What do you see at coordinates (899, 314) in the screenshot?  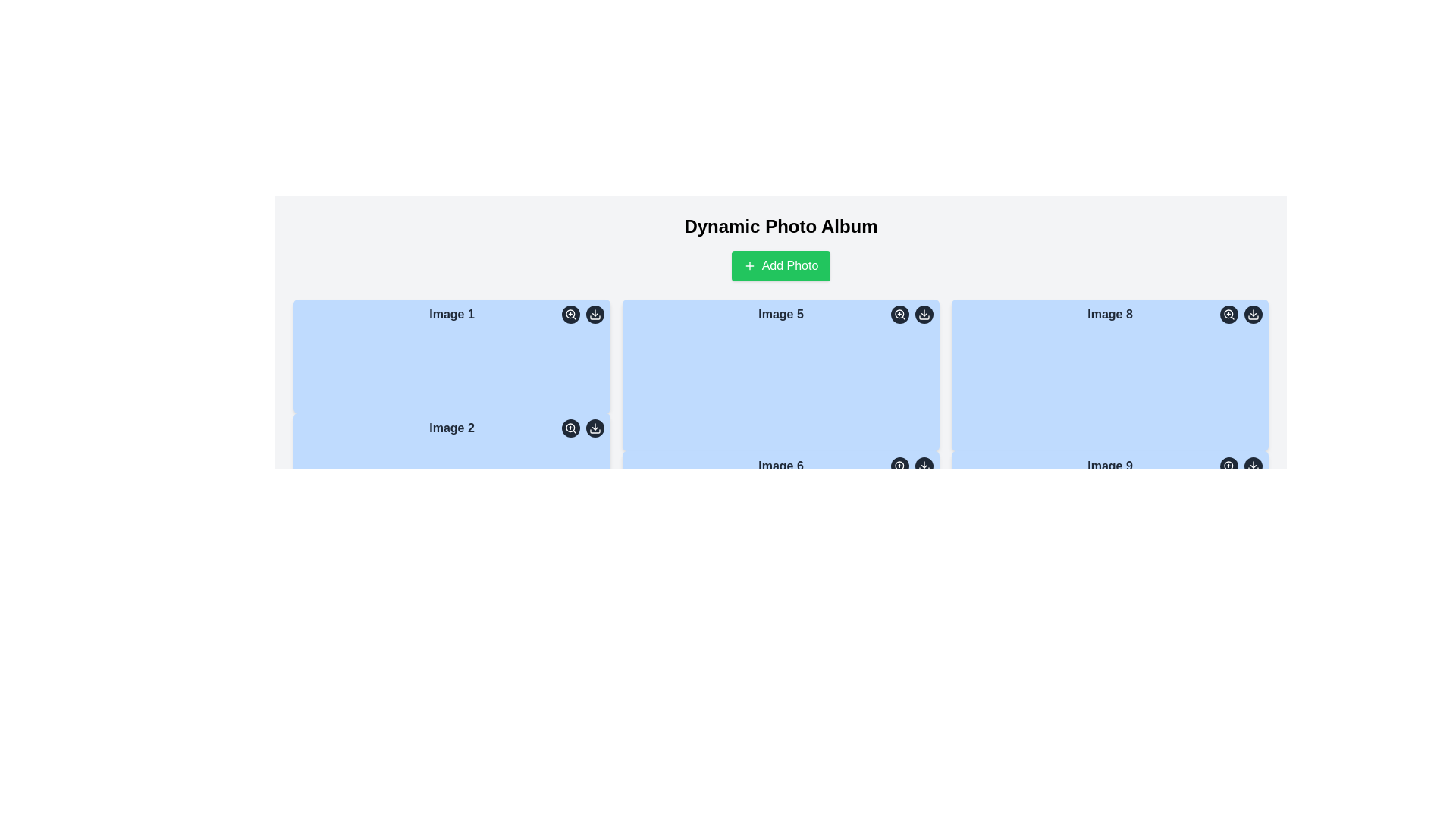 I see `the magnifying glass icon button with a plus symbol inside, located in the top-right corner of 'Image 5'` at bounding box center [899, 314].